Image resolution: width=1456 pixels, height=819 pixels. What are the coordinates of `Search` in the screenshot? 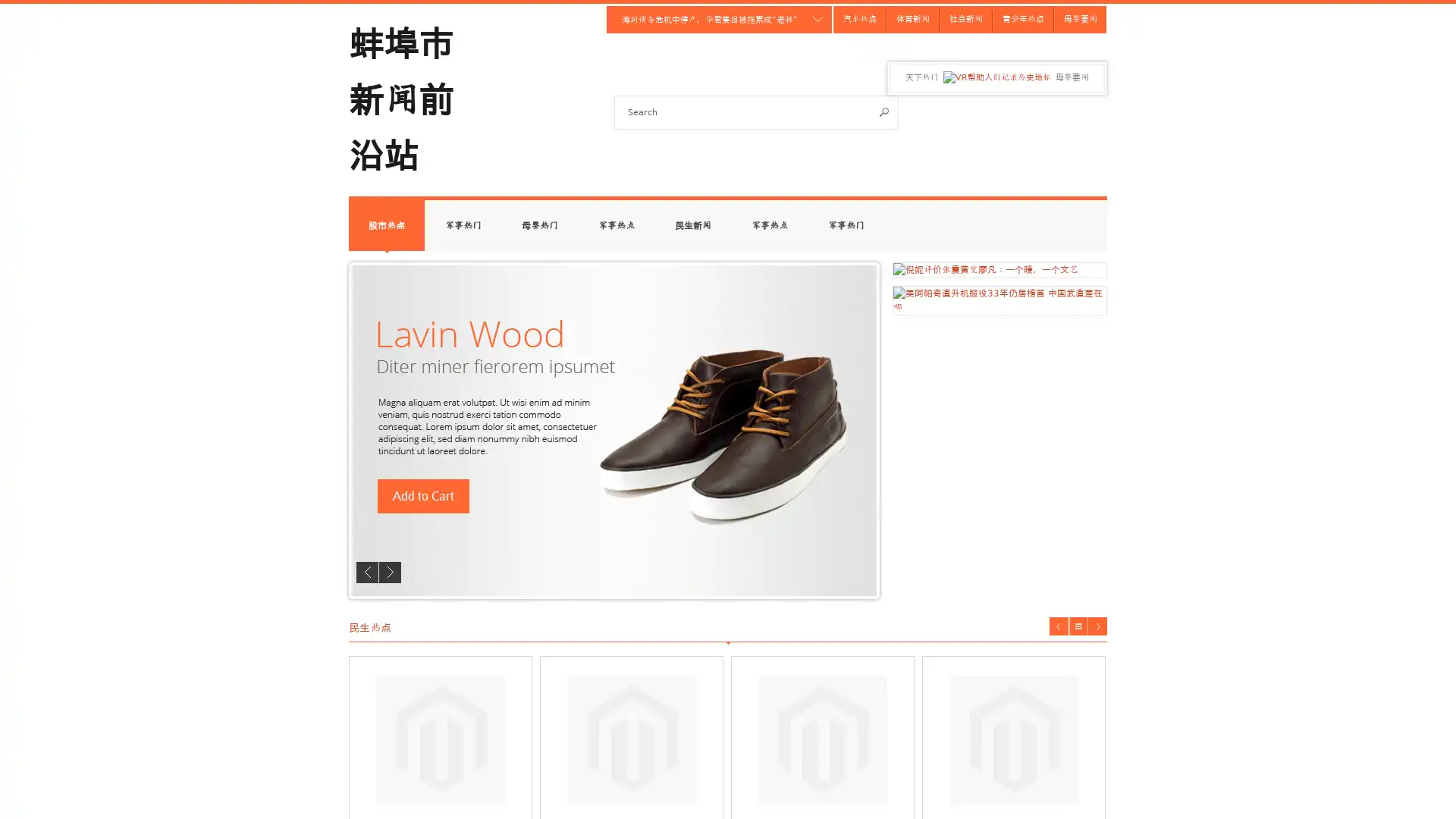 It's located at (884, 111).